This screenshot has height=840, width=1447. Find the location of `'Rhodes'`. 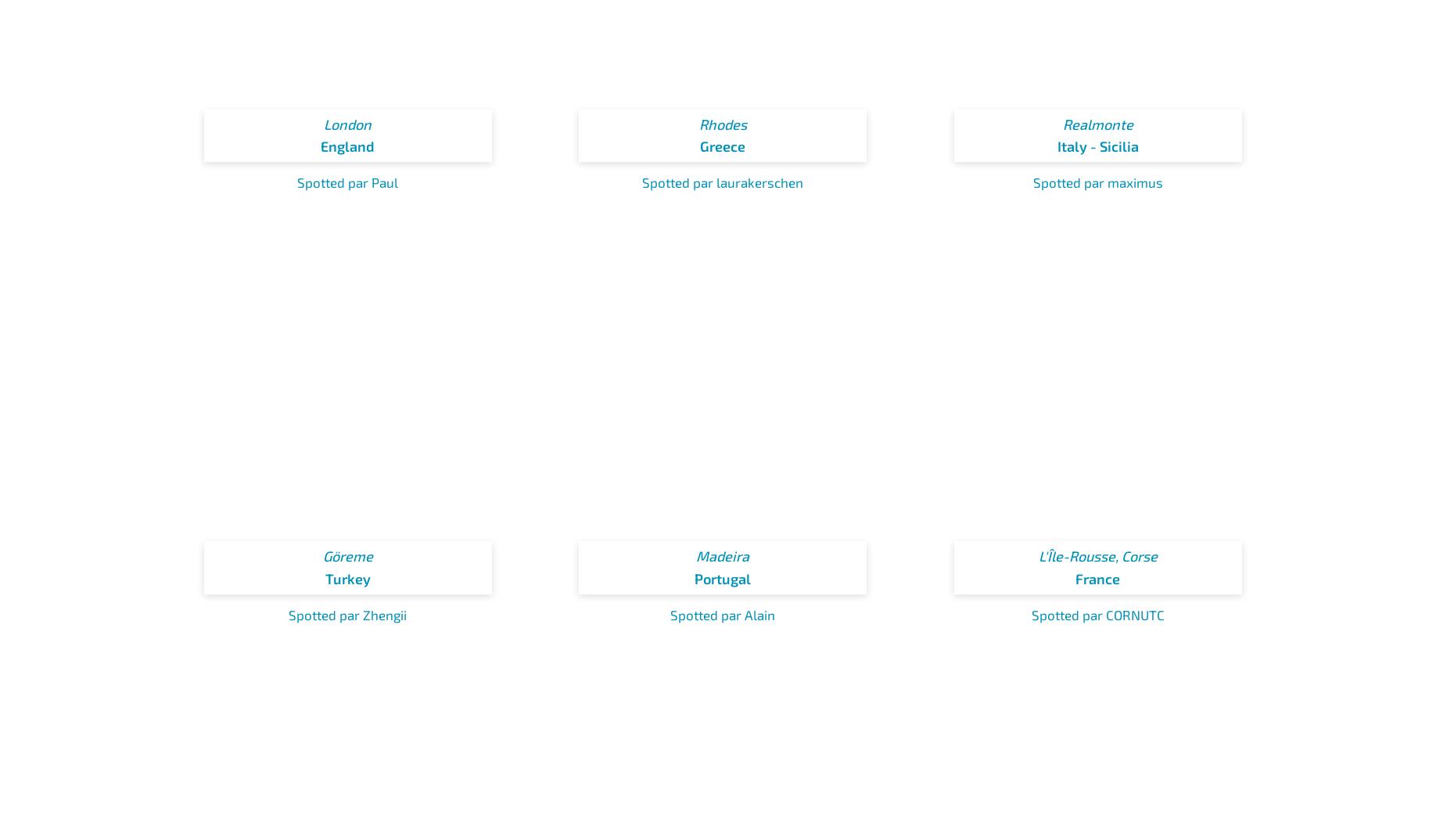

'Rhodes' is located at coordinates (722, 122).